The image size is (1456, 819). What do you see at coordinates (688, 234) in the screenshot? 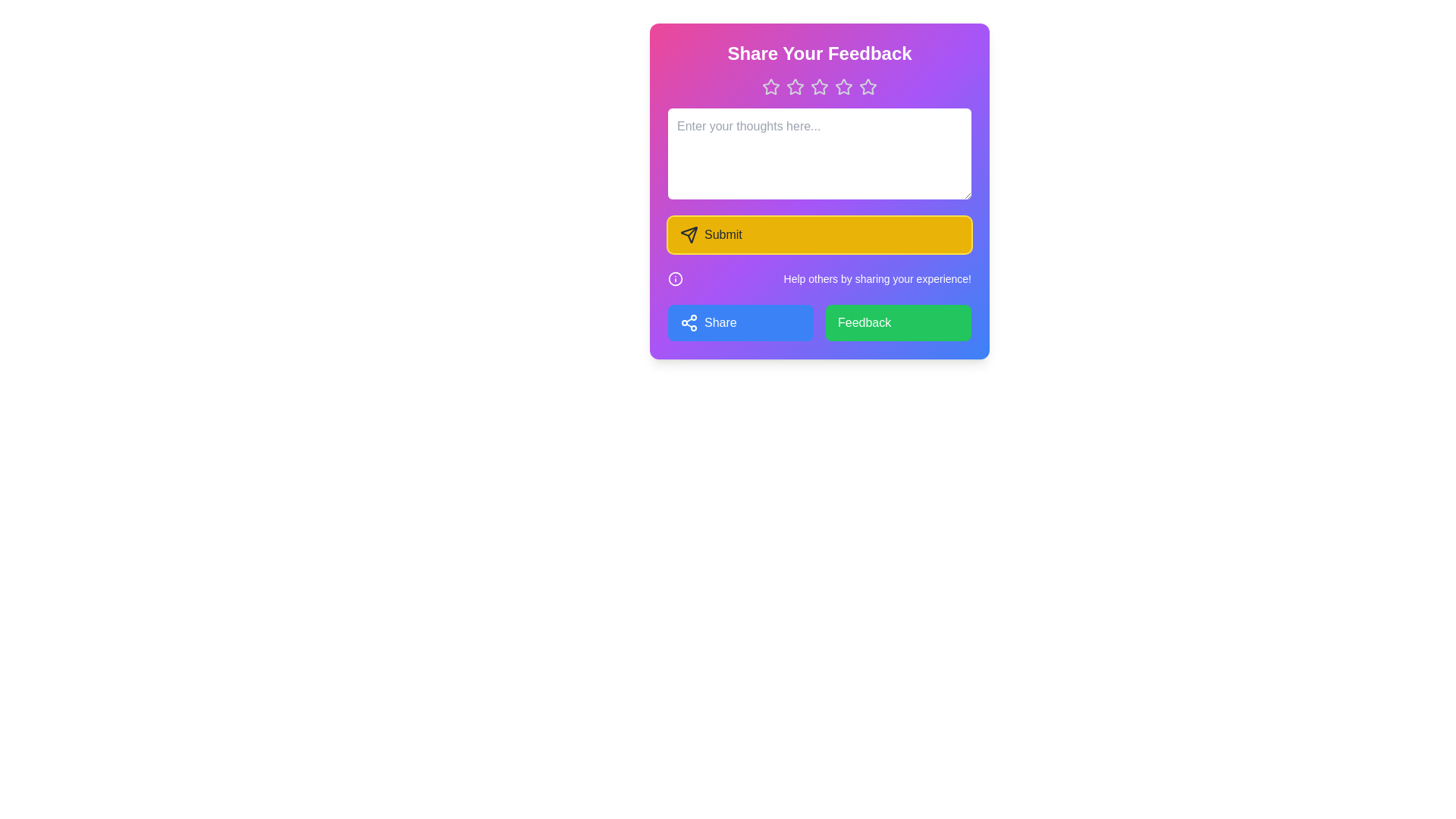
I see `the 'Submit' button which contains a graphical icon resembling a paper airplane, located at the center of the feedback form` at bounding box center [688, 234].